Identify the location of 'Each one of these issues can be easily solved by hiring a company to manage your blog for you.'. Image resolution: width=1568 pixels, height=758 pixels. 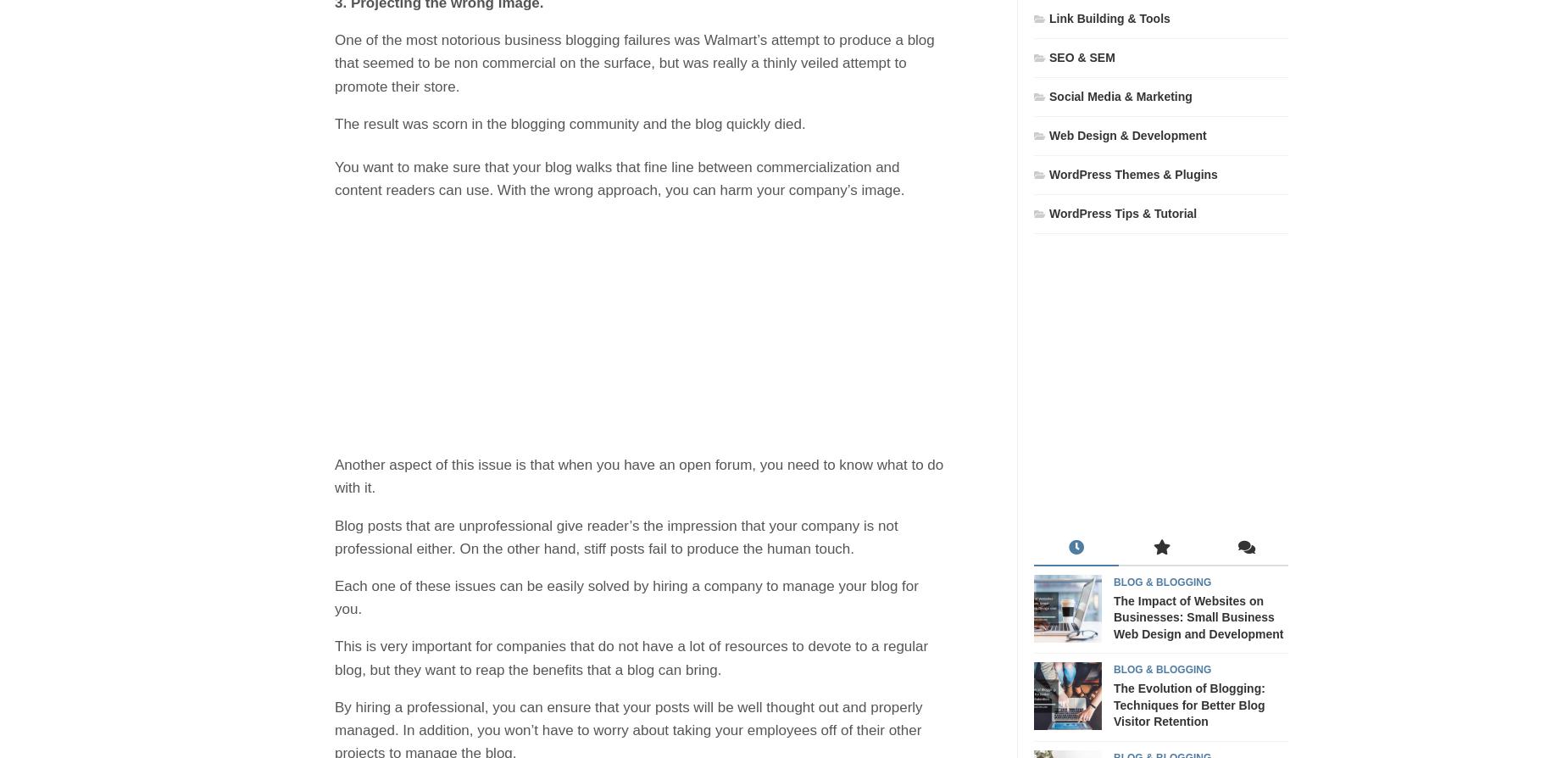
(626, 597).